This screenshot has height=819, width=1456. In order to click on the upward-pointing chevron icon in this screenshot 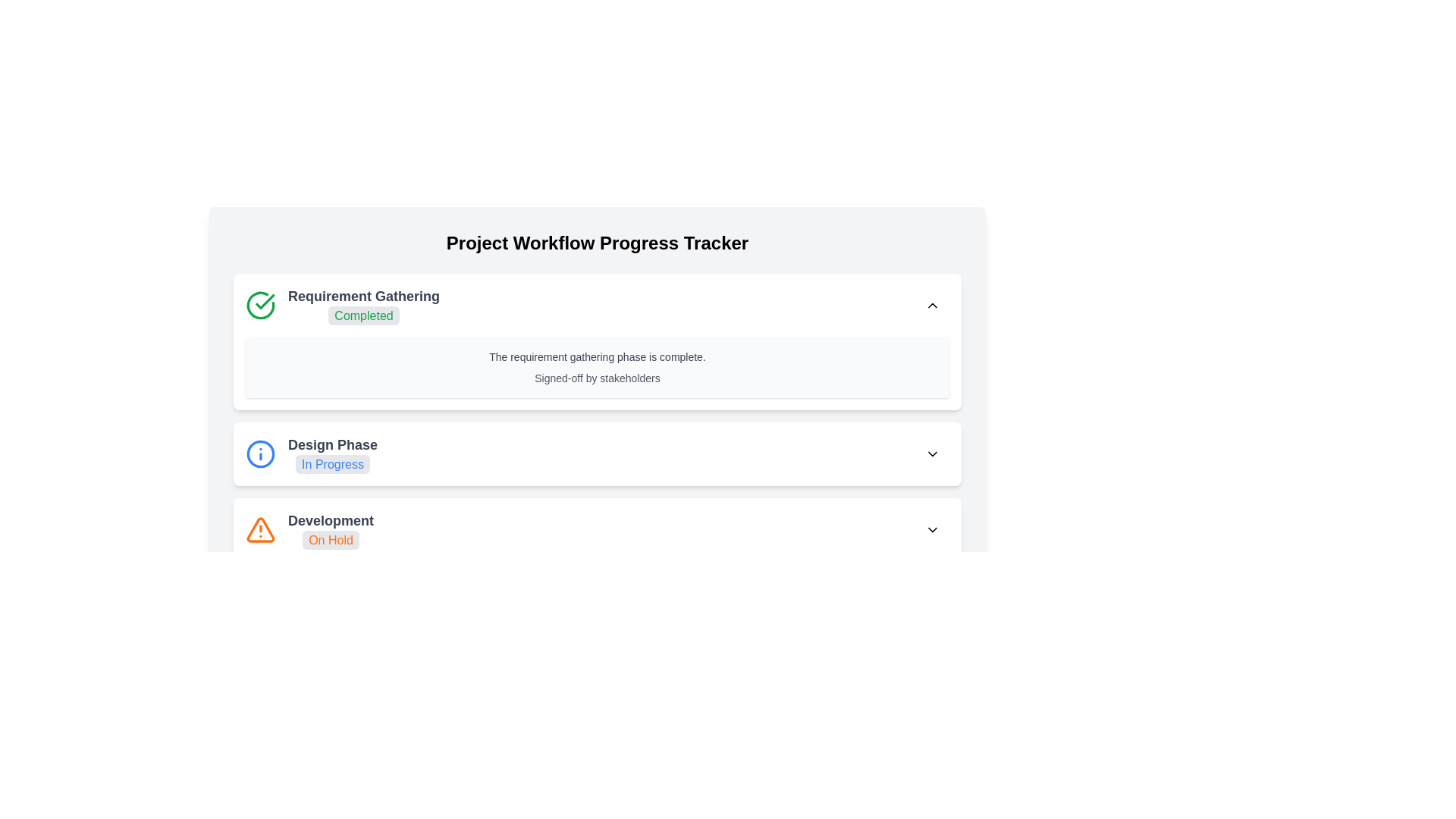, I will do `click(931, 305)`.